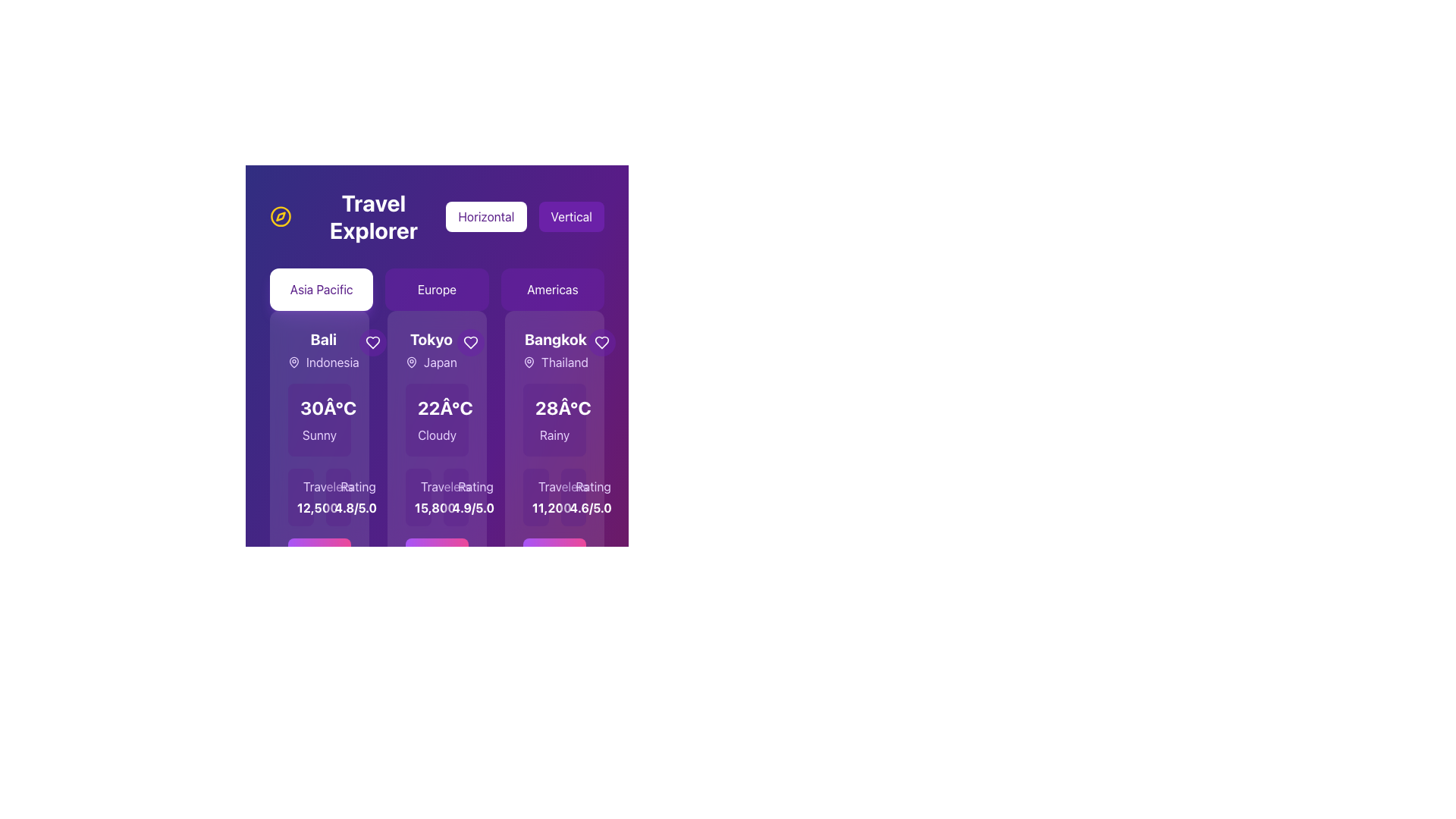 Image resolution: width=1456 pixels, height=819 pixels. I want to click on the heart-shaped icon filled with purple, so click(469, 342).